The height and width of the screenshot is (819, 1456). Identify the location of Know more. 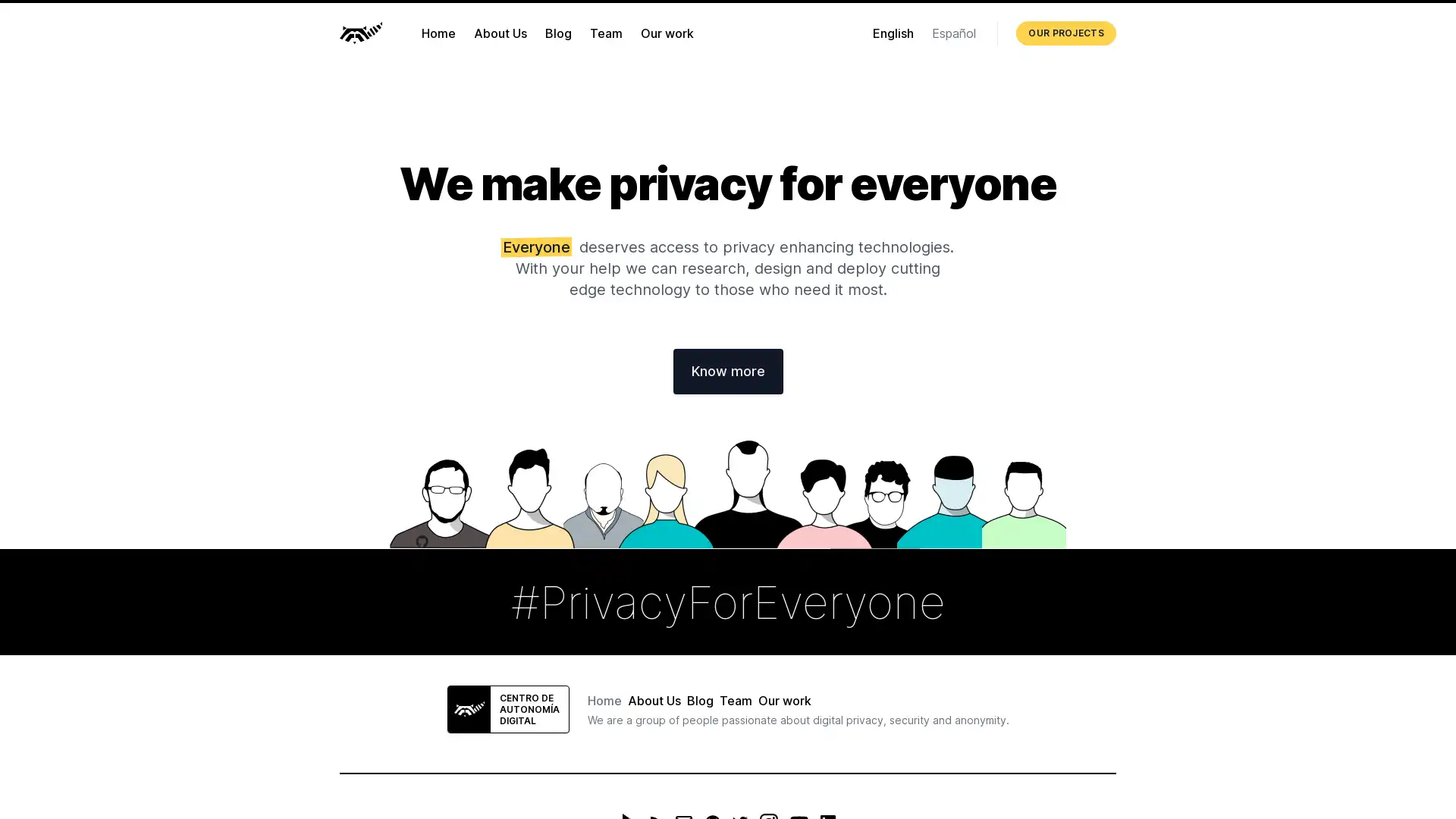
(726, 371).